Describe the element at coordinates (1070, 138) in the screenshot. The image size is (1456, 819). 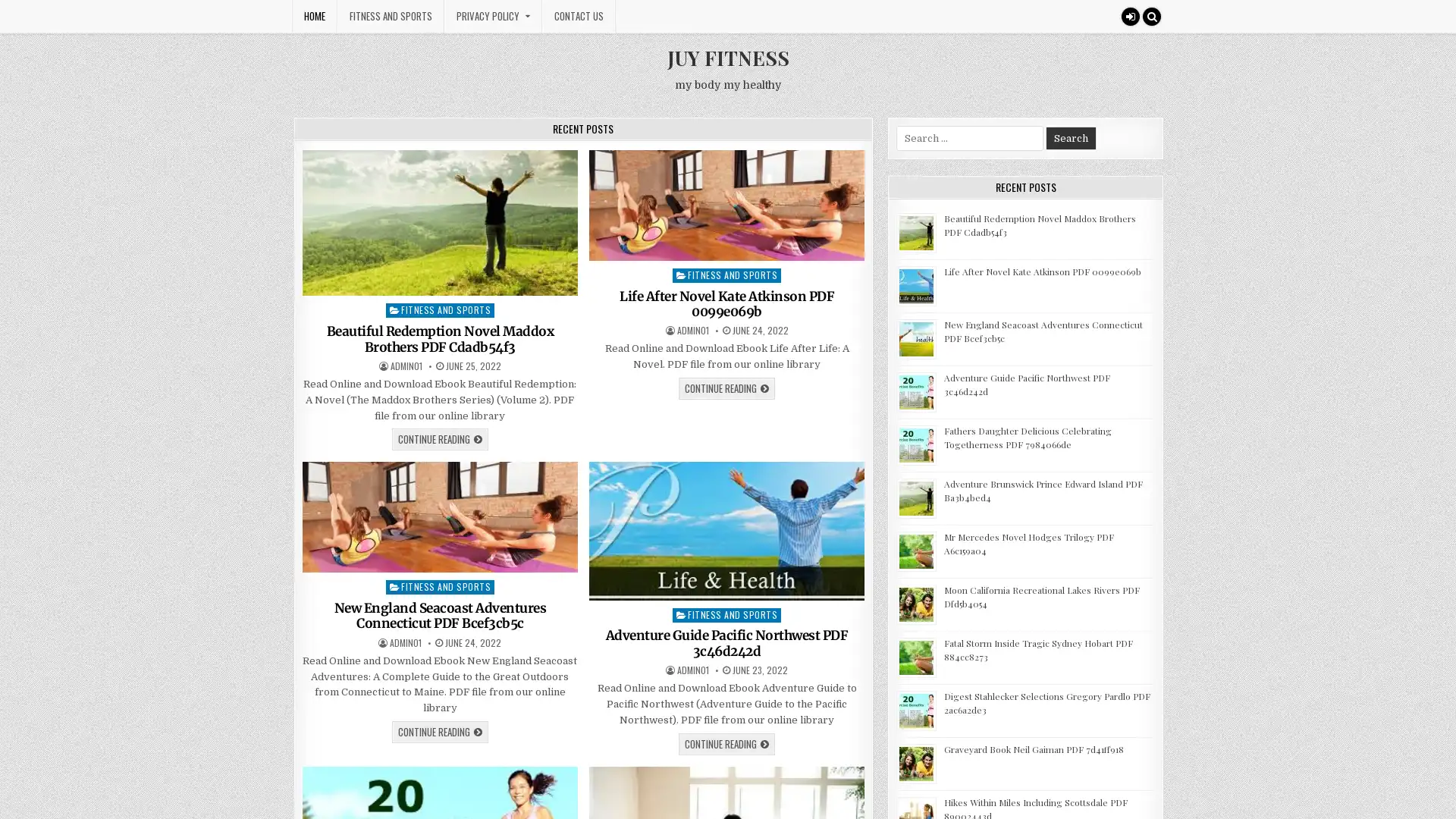
I see `Search` at that location.